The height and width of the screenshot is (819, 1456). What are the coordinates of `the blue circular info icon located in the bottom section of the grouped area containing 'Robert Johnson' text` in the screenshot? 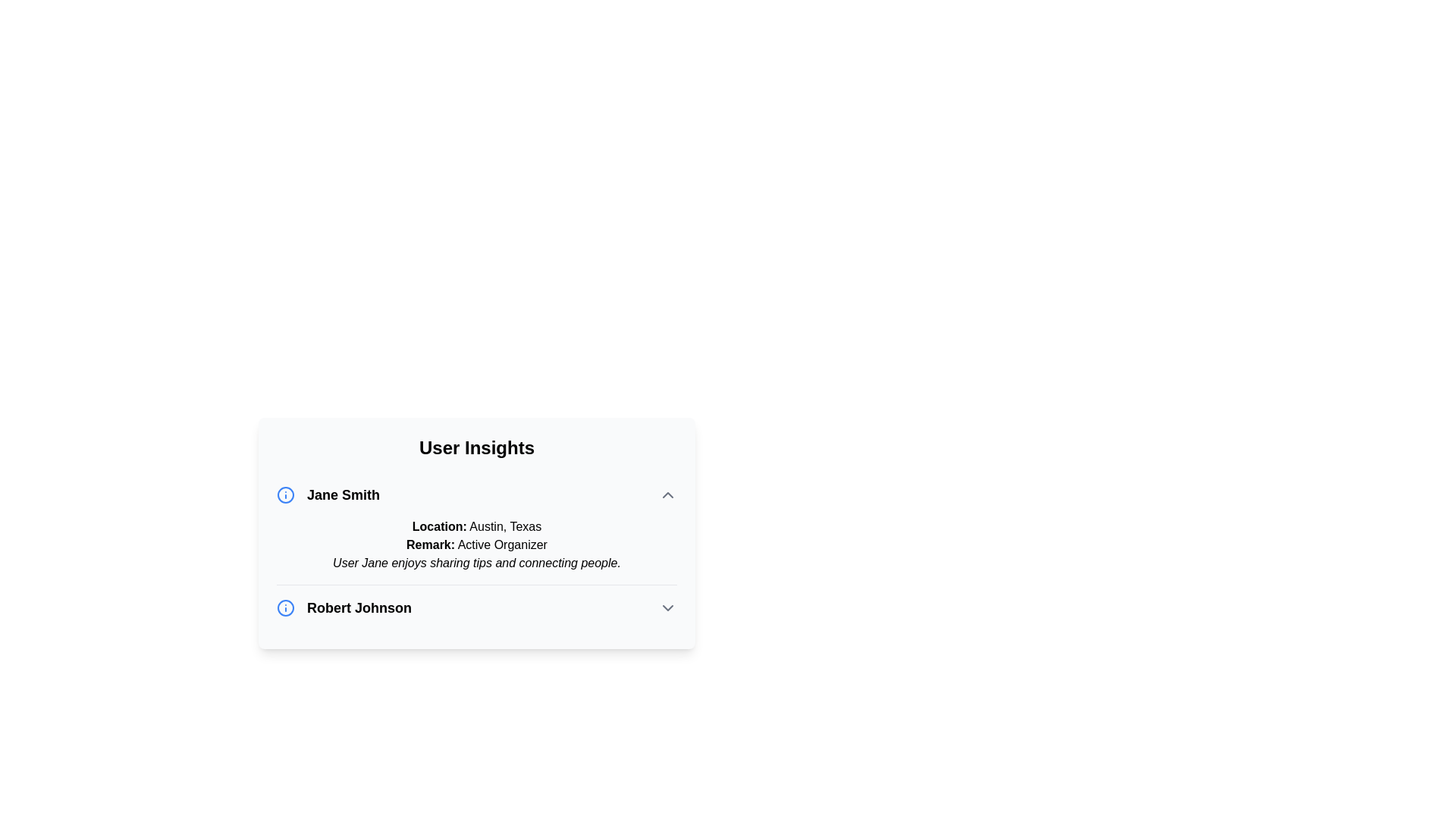 It's located at (286, 607).